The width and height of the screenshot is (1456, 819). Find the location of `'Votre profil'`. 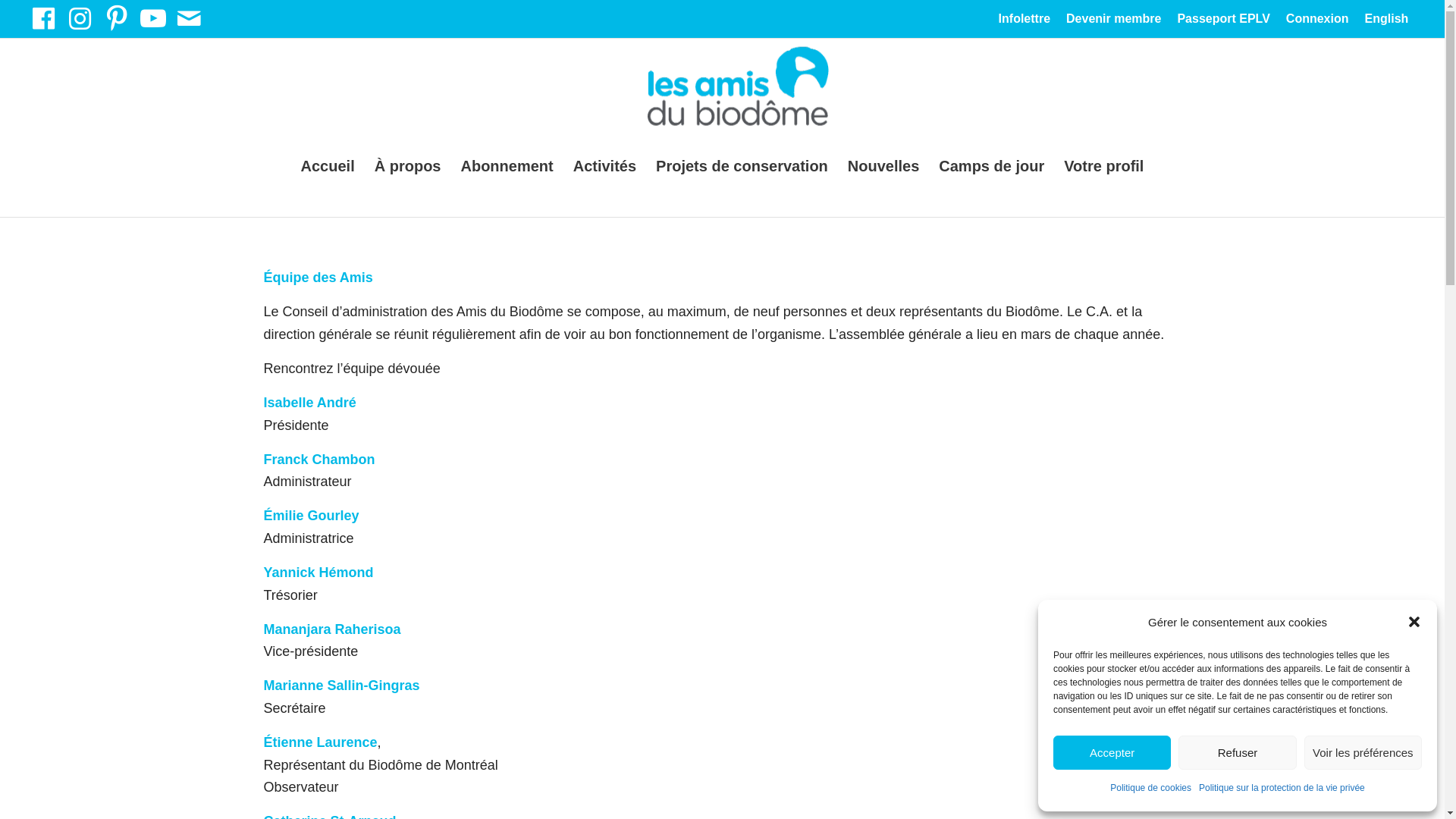

'Votre profil' is located at coordinates (1053, 166).